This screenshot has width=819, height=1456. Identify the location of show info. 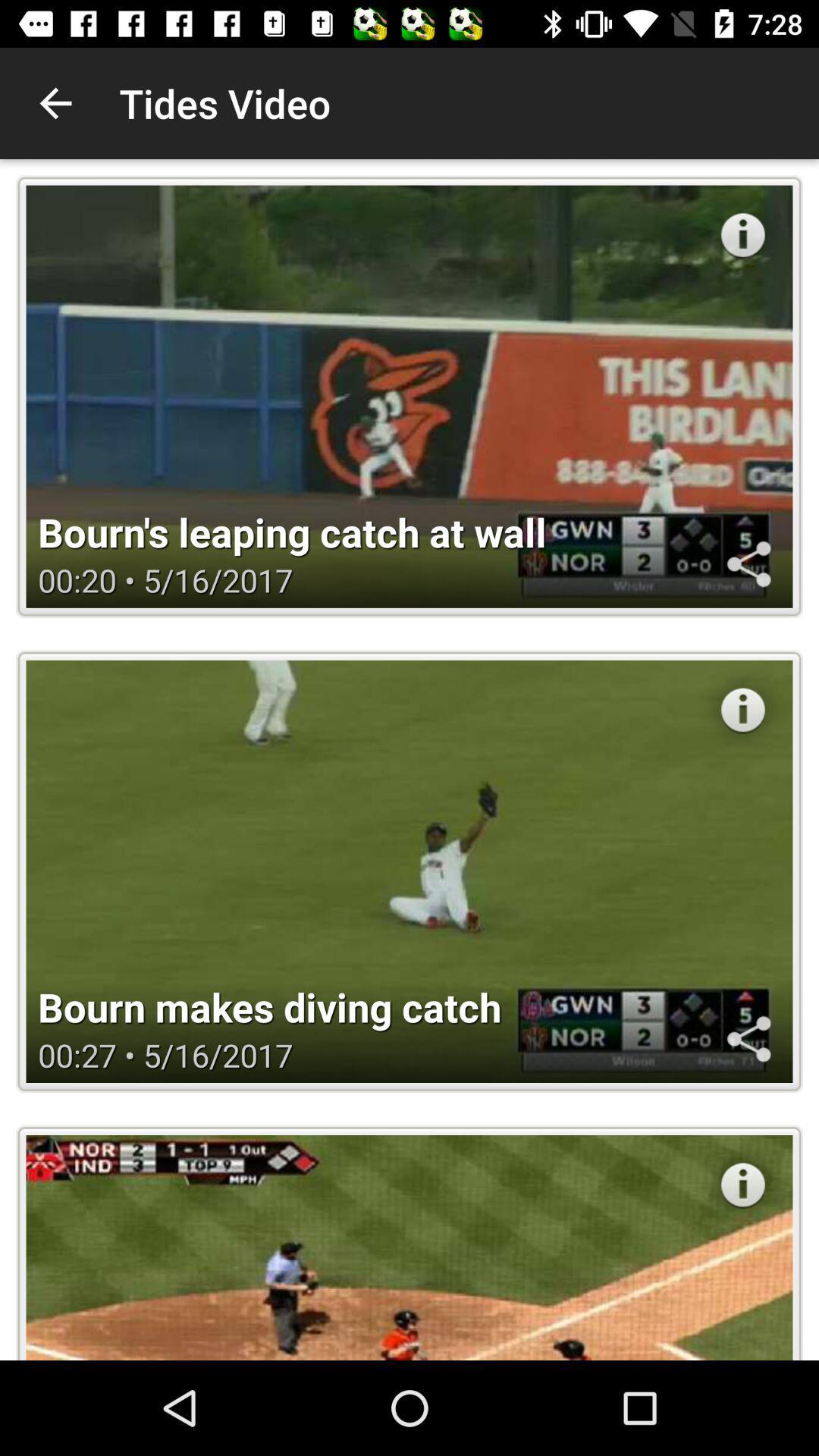
(742, 234).